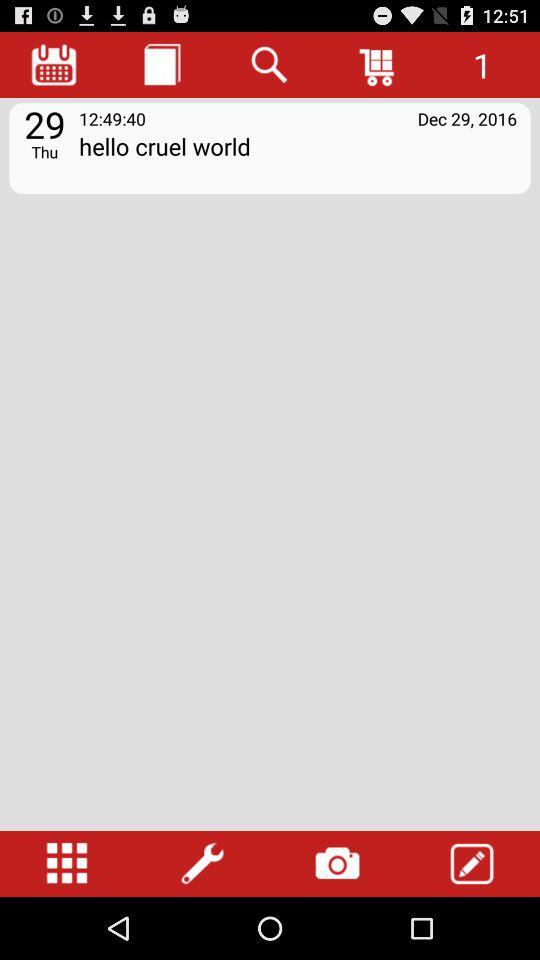 The height and width of the screenshot is (960, 540). Describe the element at coordinates (44, 150) in the screenshot. I see `app to the left of hello cruel world` at that location.